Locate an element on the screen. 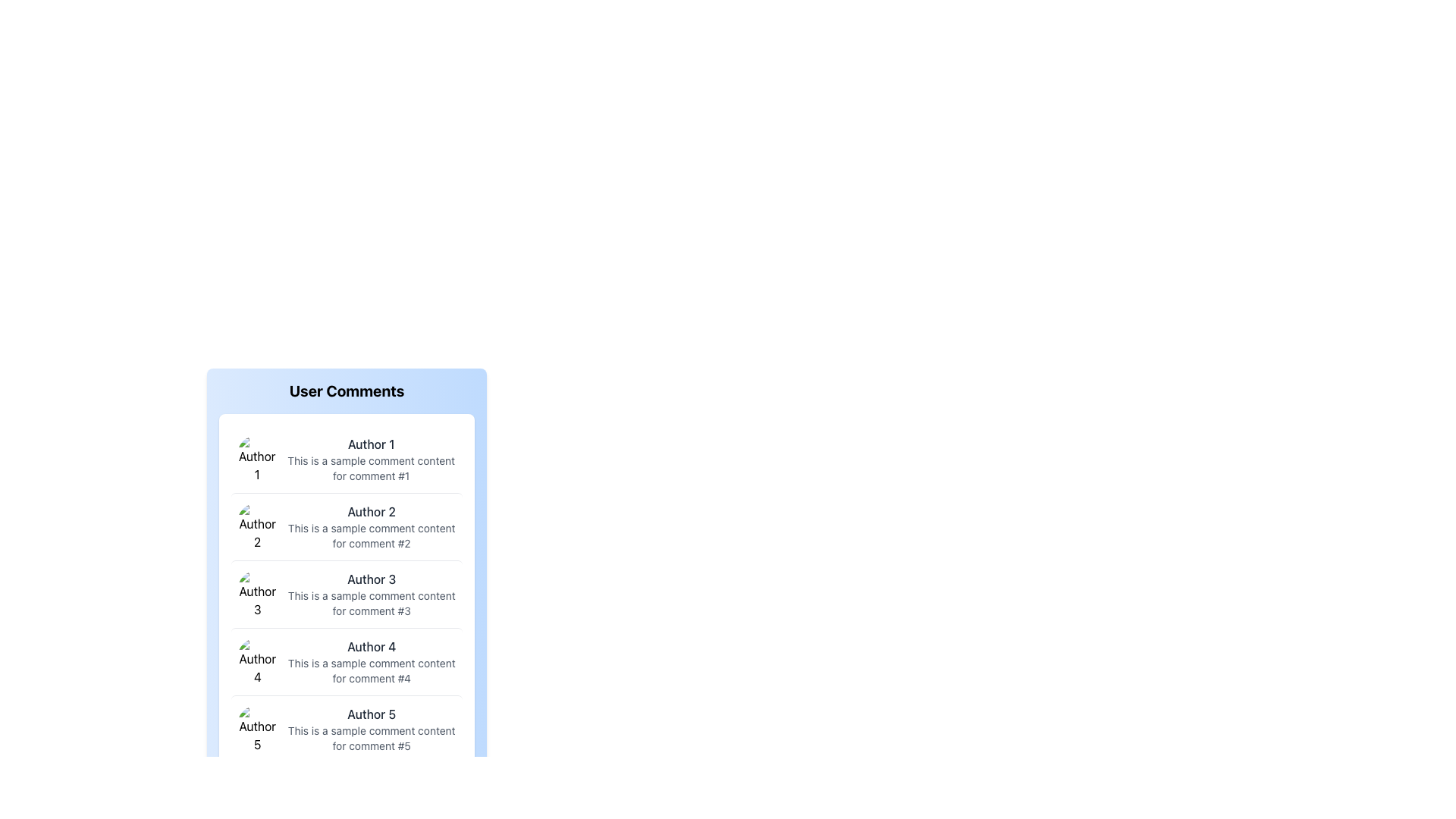  the fourth comment block in the vertically stacked list of user comments, which displays the user's avatar and name is located at coordinates (346, 661).